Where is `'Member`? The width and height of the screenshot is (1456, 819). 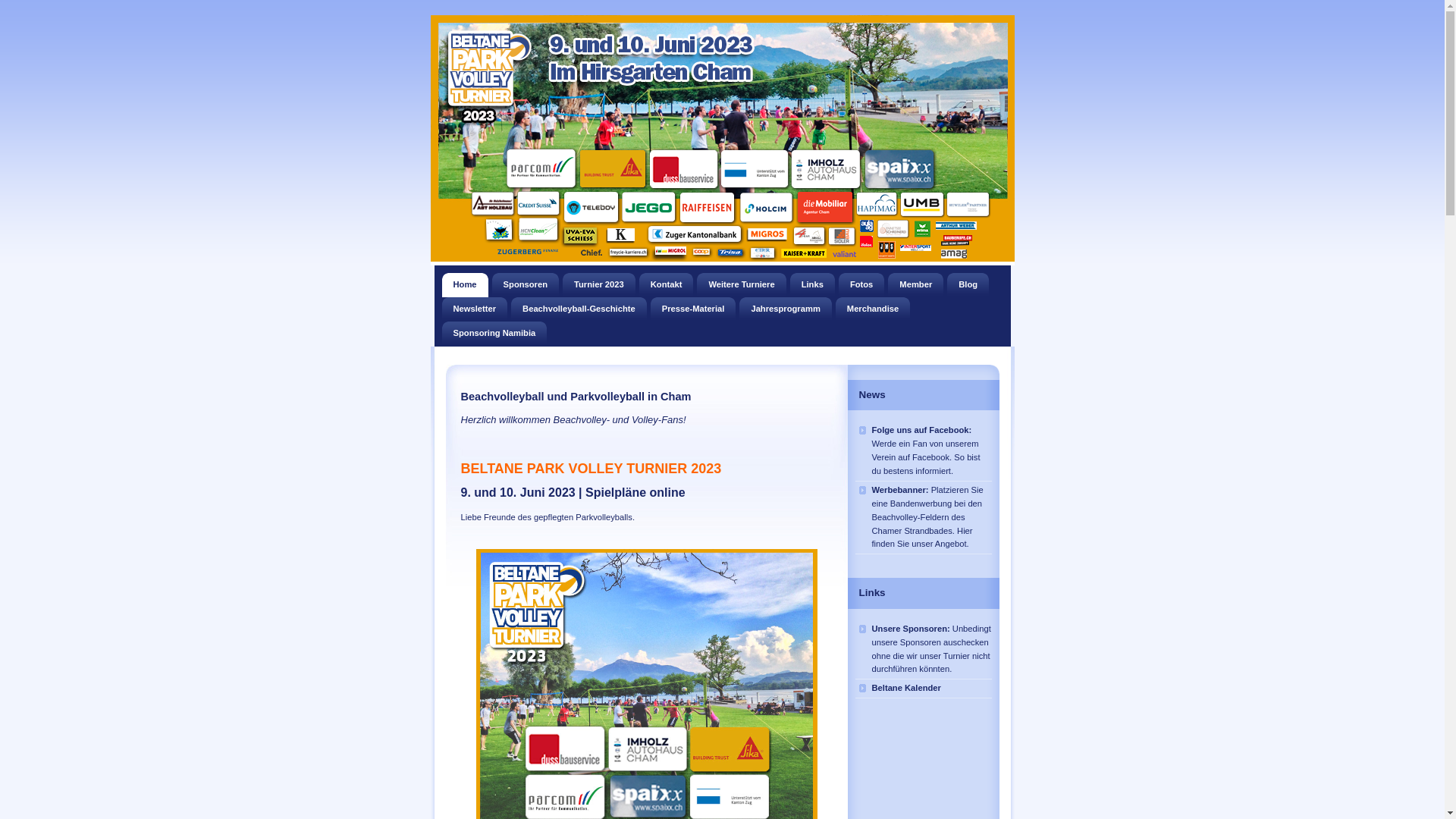
'Member is located at coordinates (915, 284).